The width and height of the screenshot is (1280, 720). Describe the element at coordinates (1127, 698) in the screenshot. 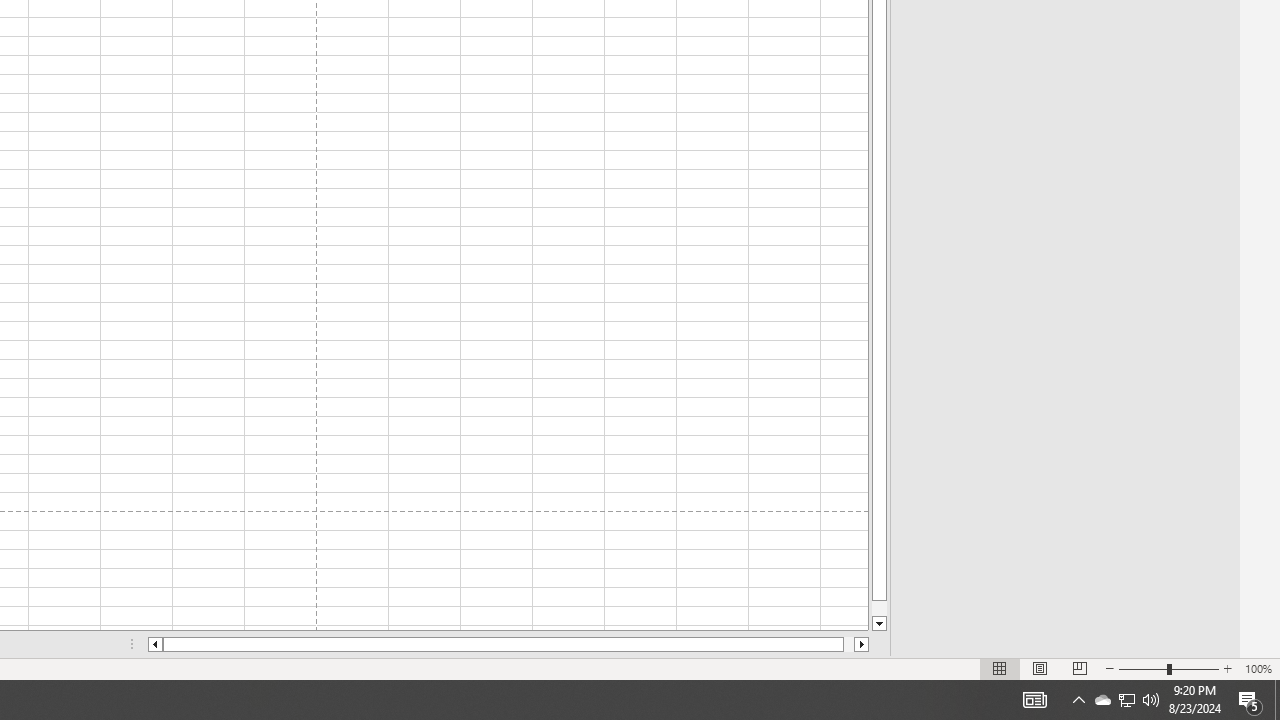

I see `'User Promoted Notification Area'` at that location.